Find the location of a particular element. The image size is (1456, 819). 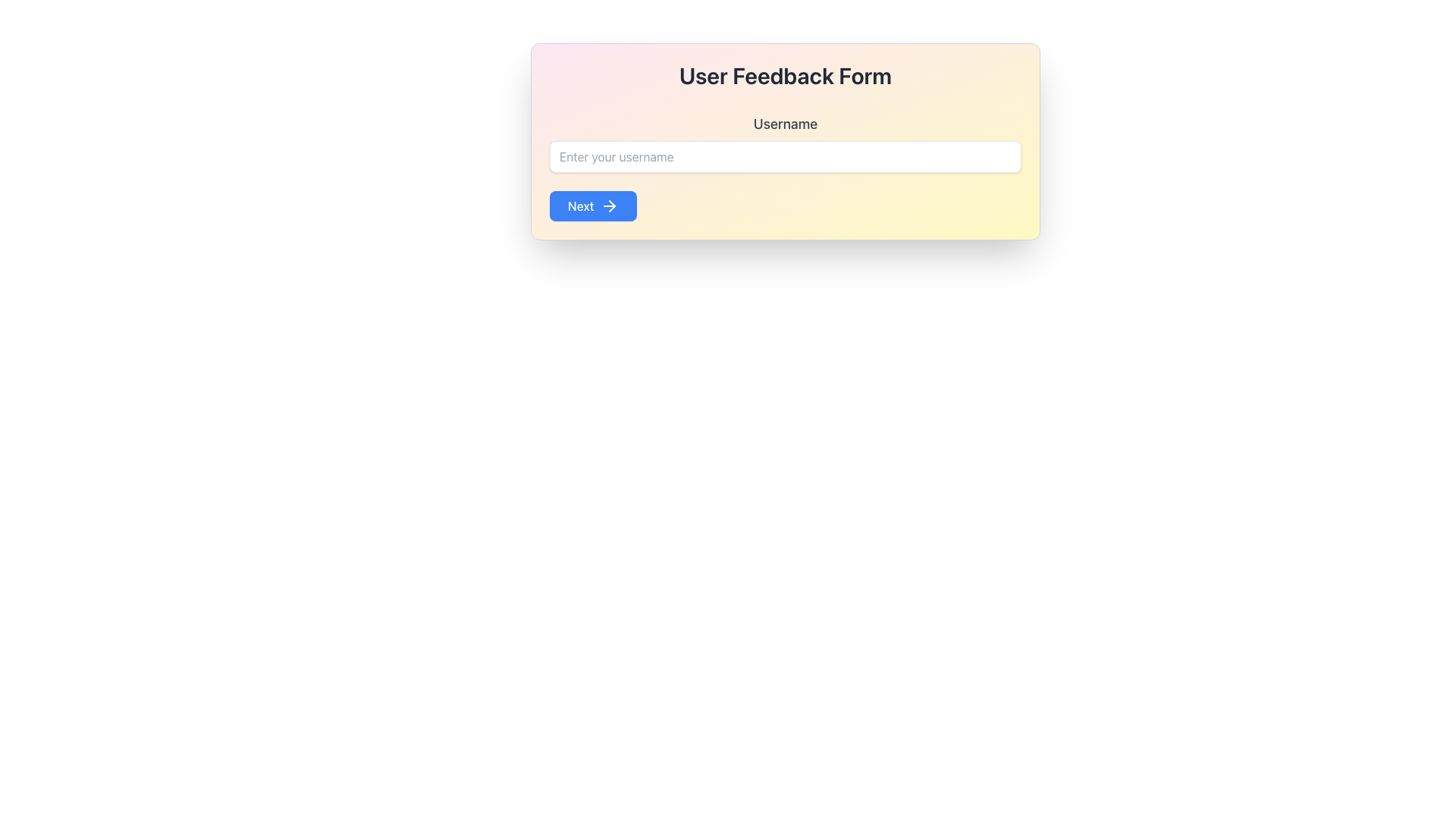

the arrow-shaped icon that is part of the 'Next' button located on the right-hand side of the button is located at coordinates (609, 206).